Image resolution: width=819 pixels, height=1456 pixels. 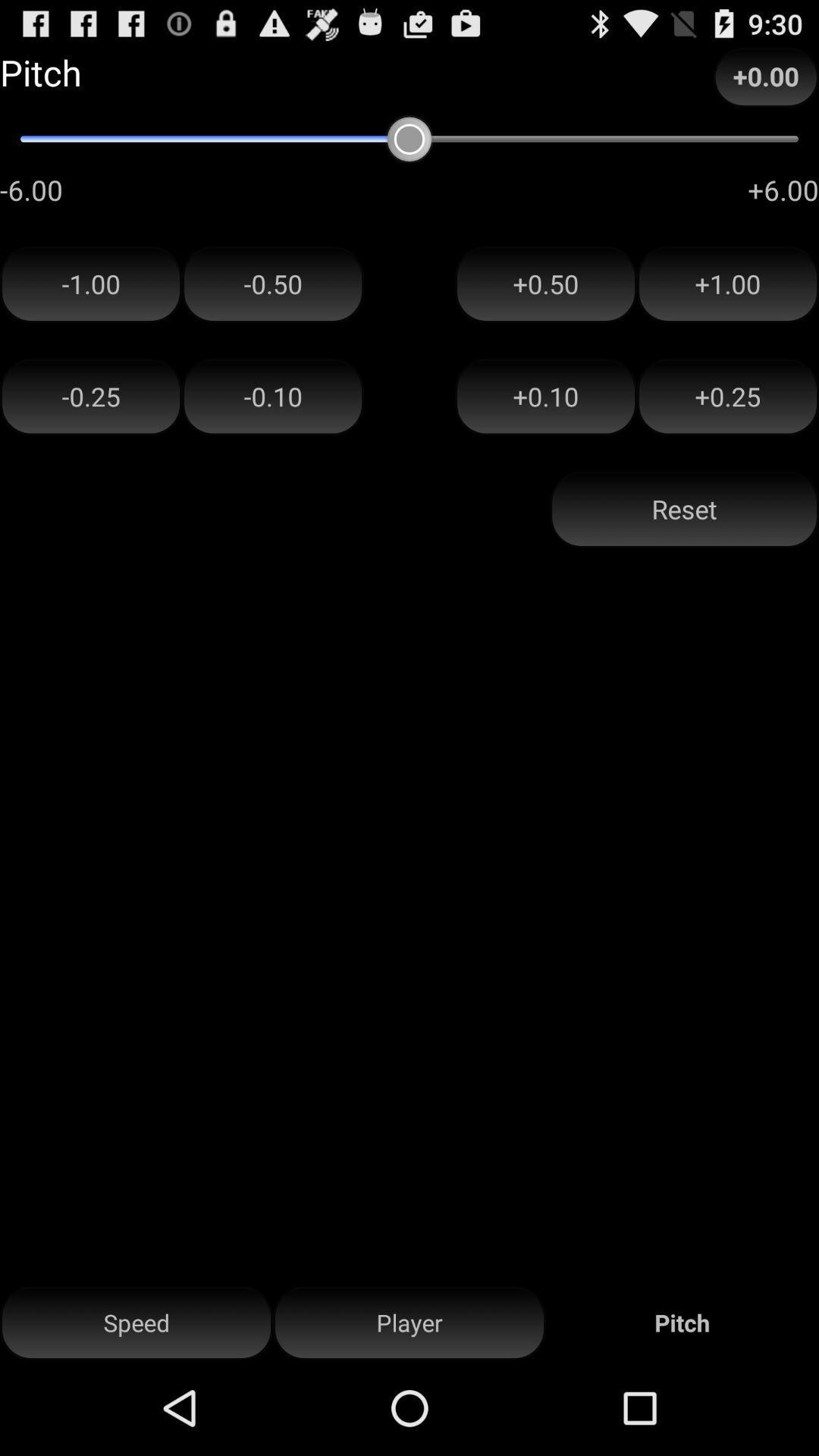 I want to click on button below the reset button, so click(x=409, y=1323).